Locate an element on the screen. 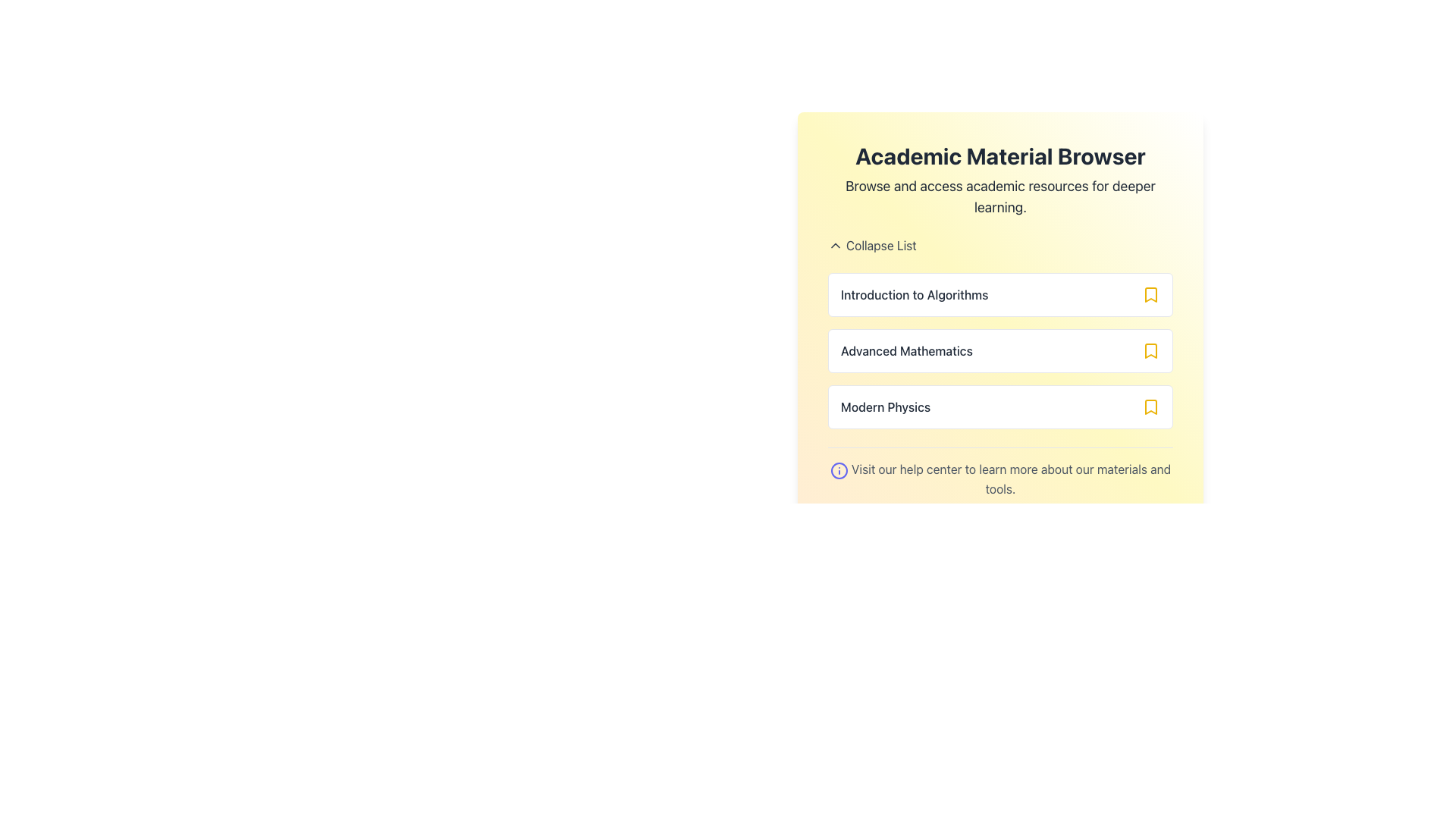  the 'Advanced Mathematics' text label in the academic browser interface, which is the second entry in a vertical list of subjects is located at coordinates (906, 350).